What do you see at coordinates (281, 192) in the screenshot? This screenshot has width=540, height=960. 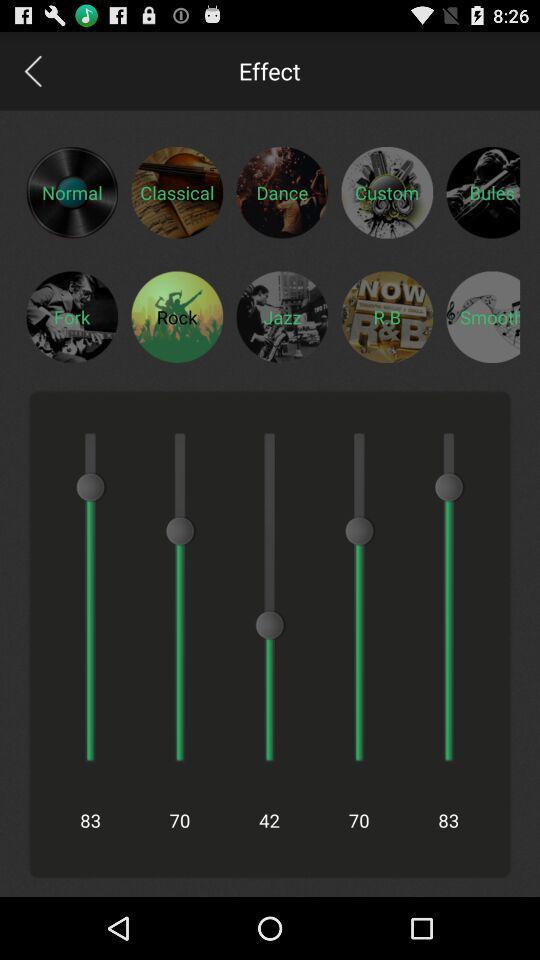 I see `dance effect selection` at bounding box center [281, 192].